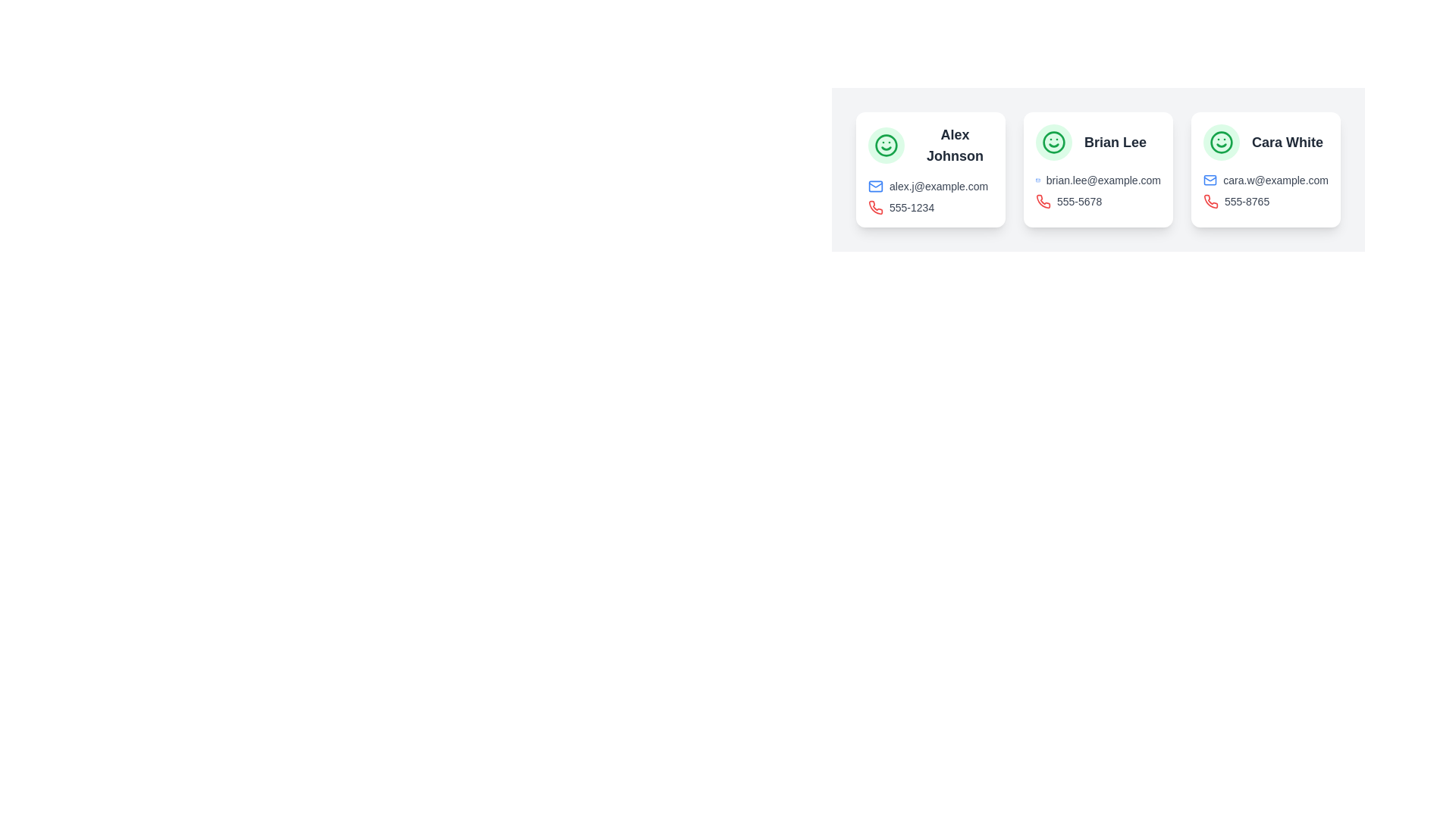  What do you see at coordinates (876, 207) in the screenshot?
I see `the phone icon representing the call action for the phone number '555-1234' associated with the contact 'Alex Johnson.'` at bounding box center [876, 207].